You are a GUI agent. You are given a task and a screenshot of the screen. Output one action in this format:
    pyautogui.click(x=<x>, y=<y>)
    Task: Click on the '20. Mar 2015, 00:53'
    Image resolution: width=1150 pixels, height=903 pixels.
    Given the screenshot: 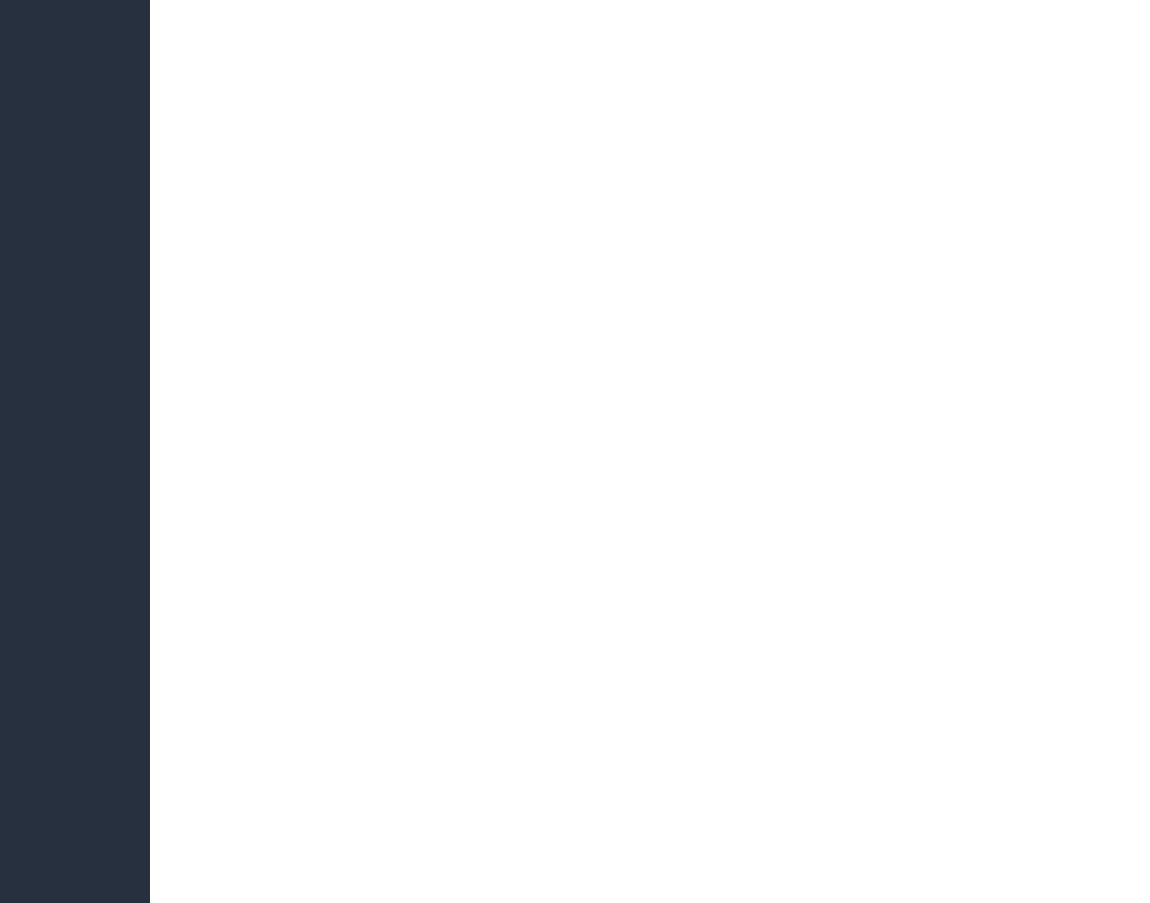 What is the action you would take?
    pyautogui.click(x=670, y=12)
    